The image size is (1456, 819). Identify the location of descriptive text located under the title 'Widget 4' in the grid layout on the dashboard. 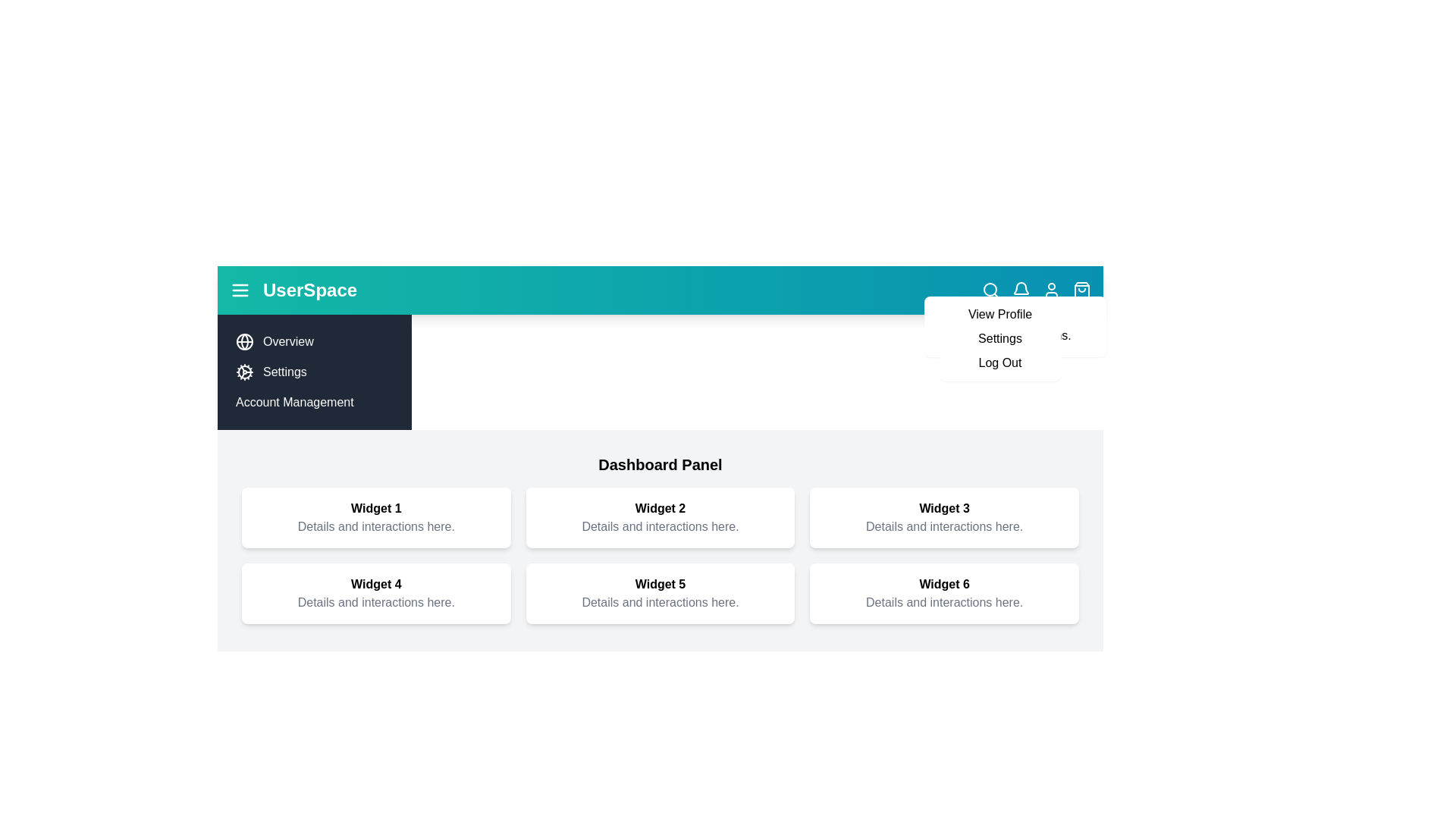
(376, 601).